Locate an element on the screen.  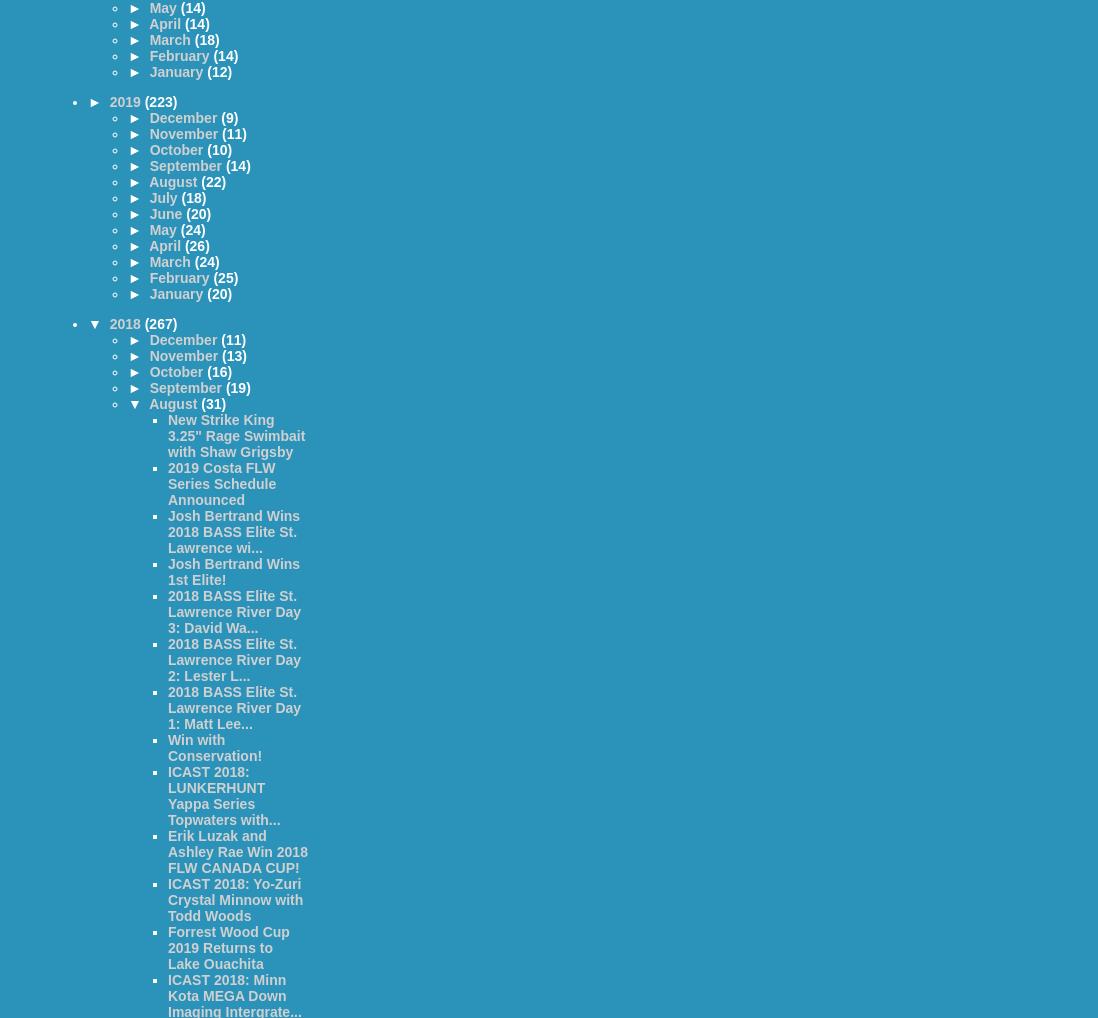
'Win with Conservation!' is located at coordinates (167, 747).